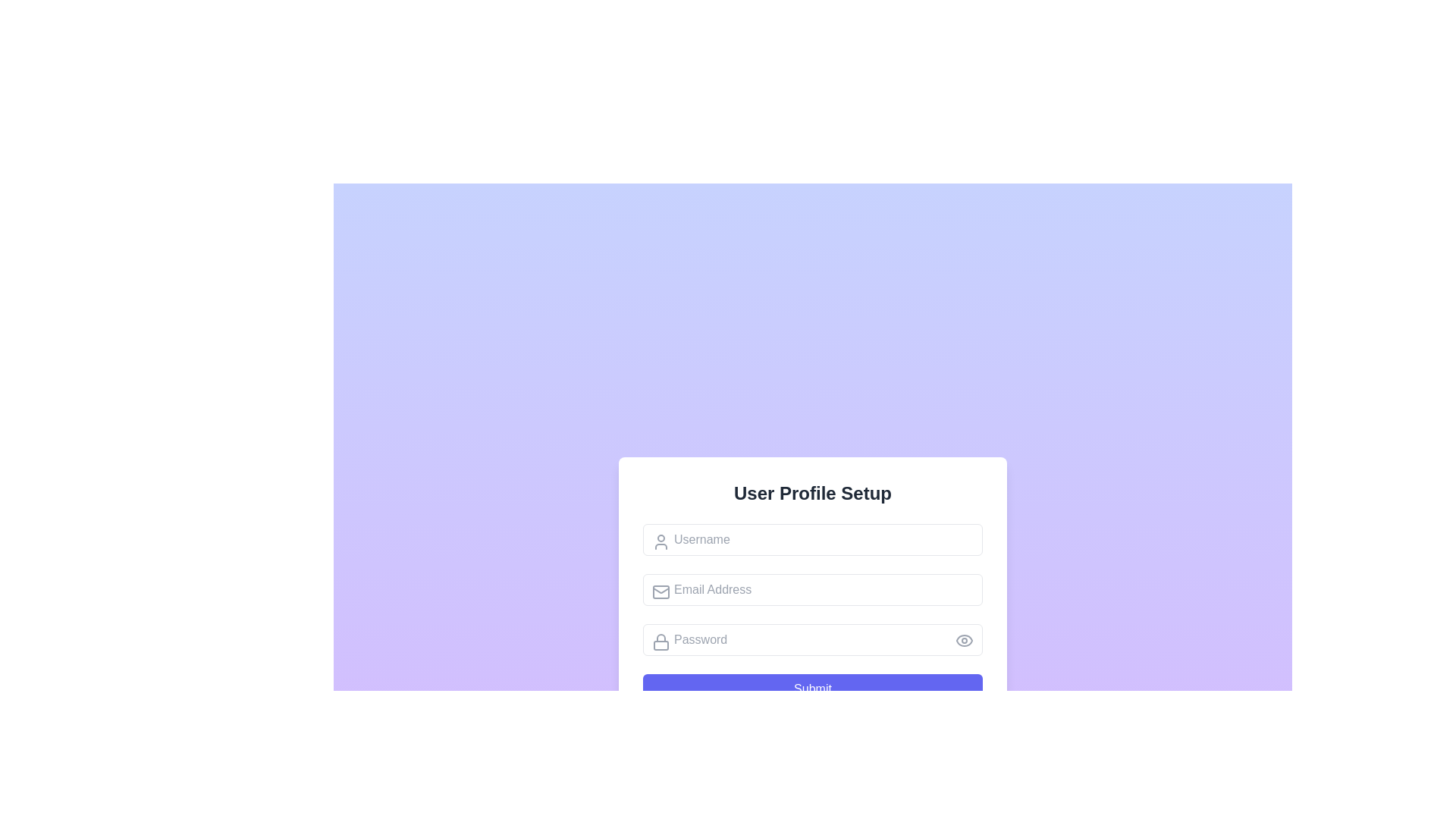 The height and width of the screenshot is (819, 1456). Describe the element at coordinates (661, 541) in the screenshot. I see `the icon located to the far left of the 'Username' input field` at that location.